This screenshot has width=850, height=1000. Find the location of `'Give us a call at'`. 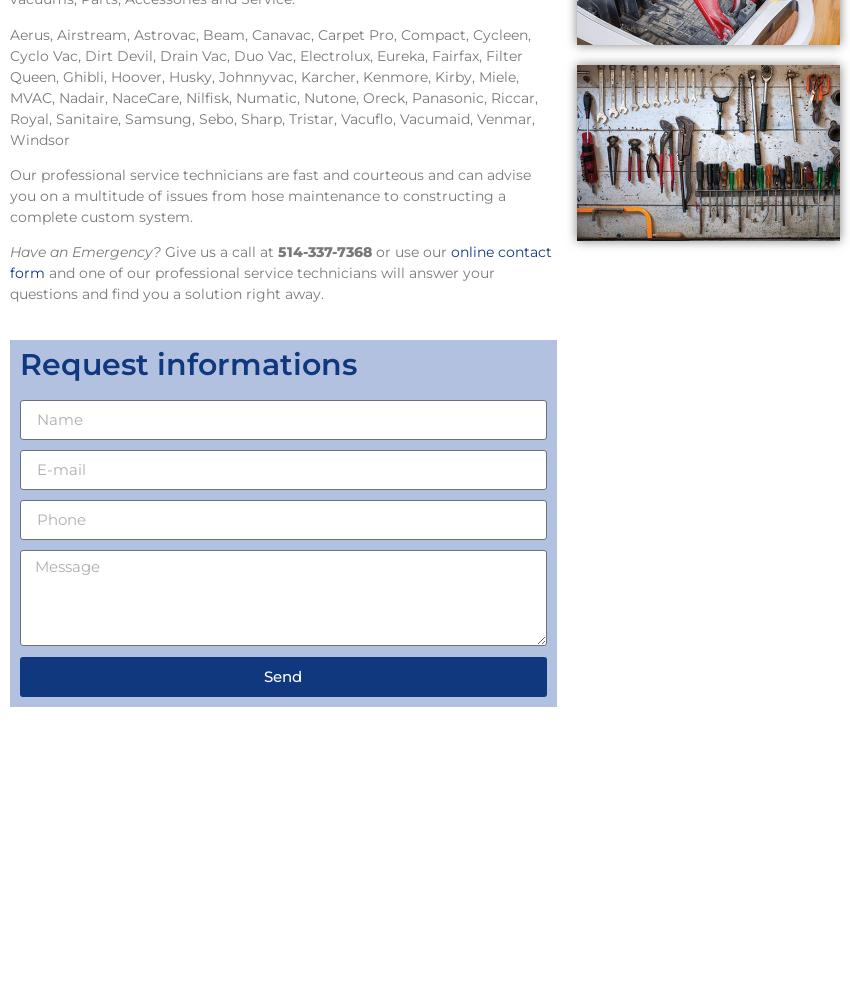

'Give us a call at' is located at coordinates (219, 252).